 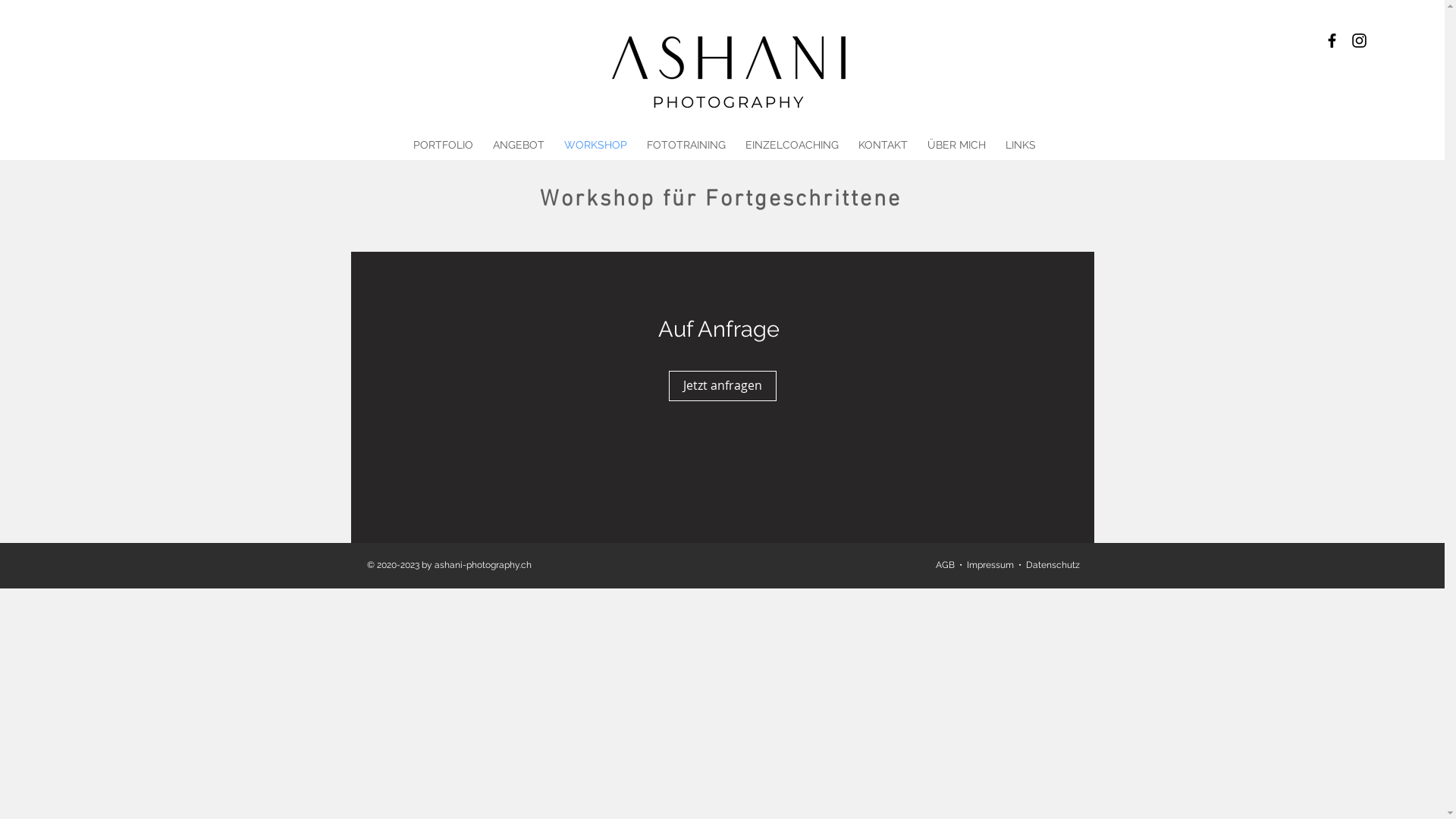 I want to click on 'AGB', so click(x=934, y=564).